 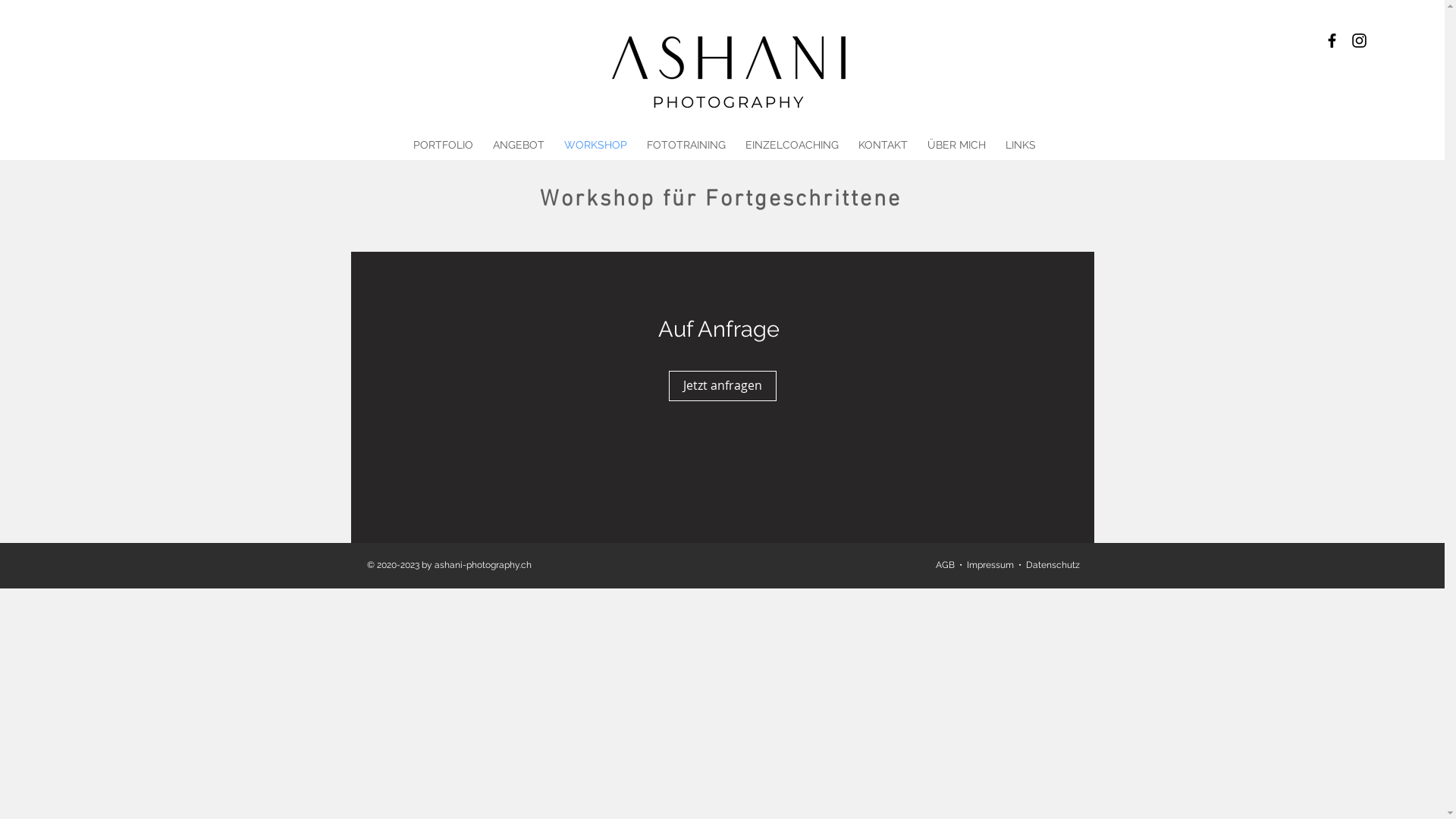 I want to click on 'AGB', so click(x=934, y=564).